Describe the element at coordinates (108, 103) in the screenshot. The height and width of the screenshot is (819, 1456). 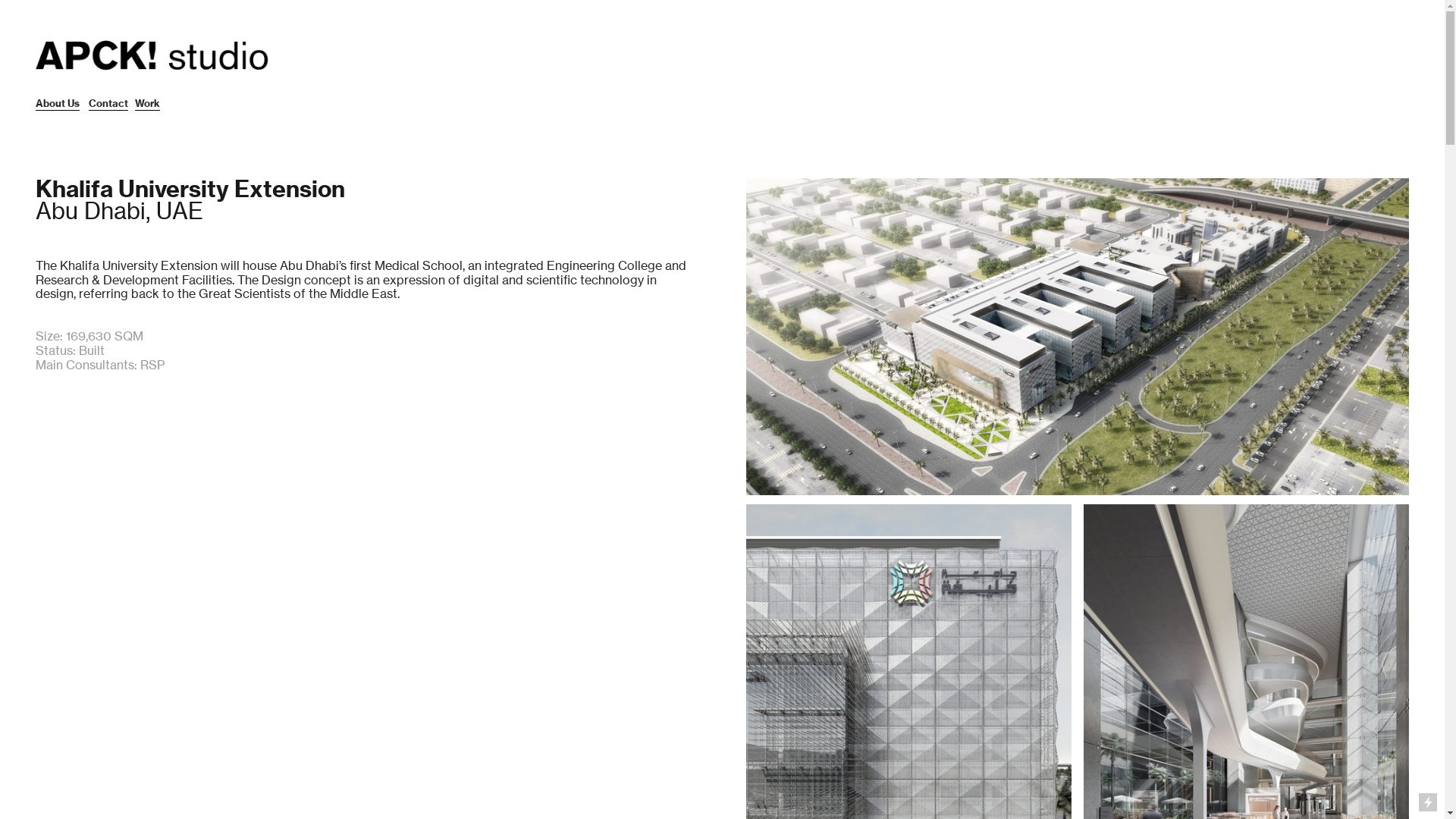
I see `'Contact'` at that location.